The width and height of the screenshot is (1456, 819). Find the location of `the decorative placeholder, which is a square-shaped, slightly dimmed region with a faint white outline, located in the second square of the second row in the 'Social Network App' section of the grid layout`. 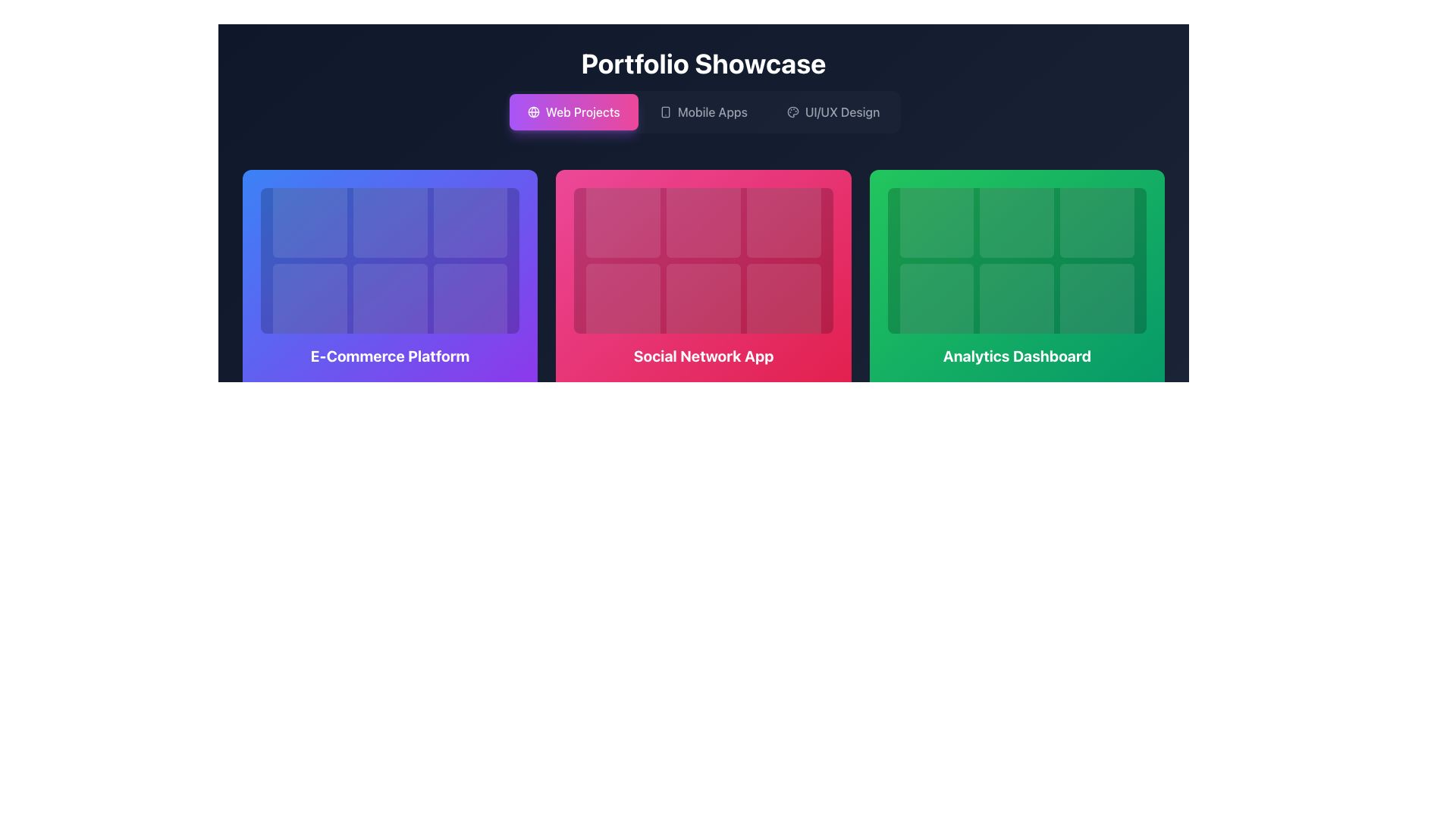

the decorative placeholder, which is a square-shaped, slightly dimmed region with a faint white outline, located in the second square of the second row in the 'Social Network App' section of the grid layout is located at coordinates (702, 300).